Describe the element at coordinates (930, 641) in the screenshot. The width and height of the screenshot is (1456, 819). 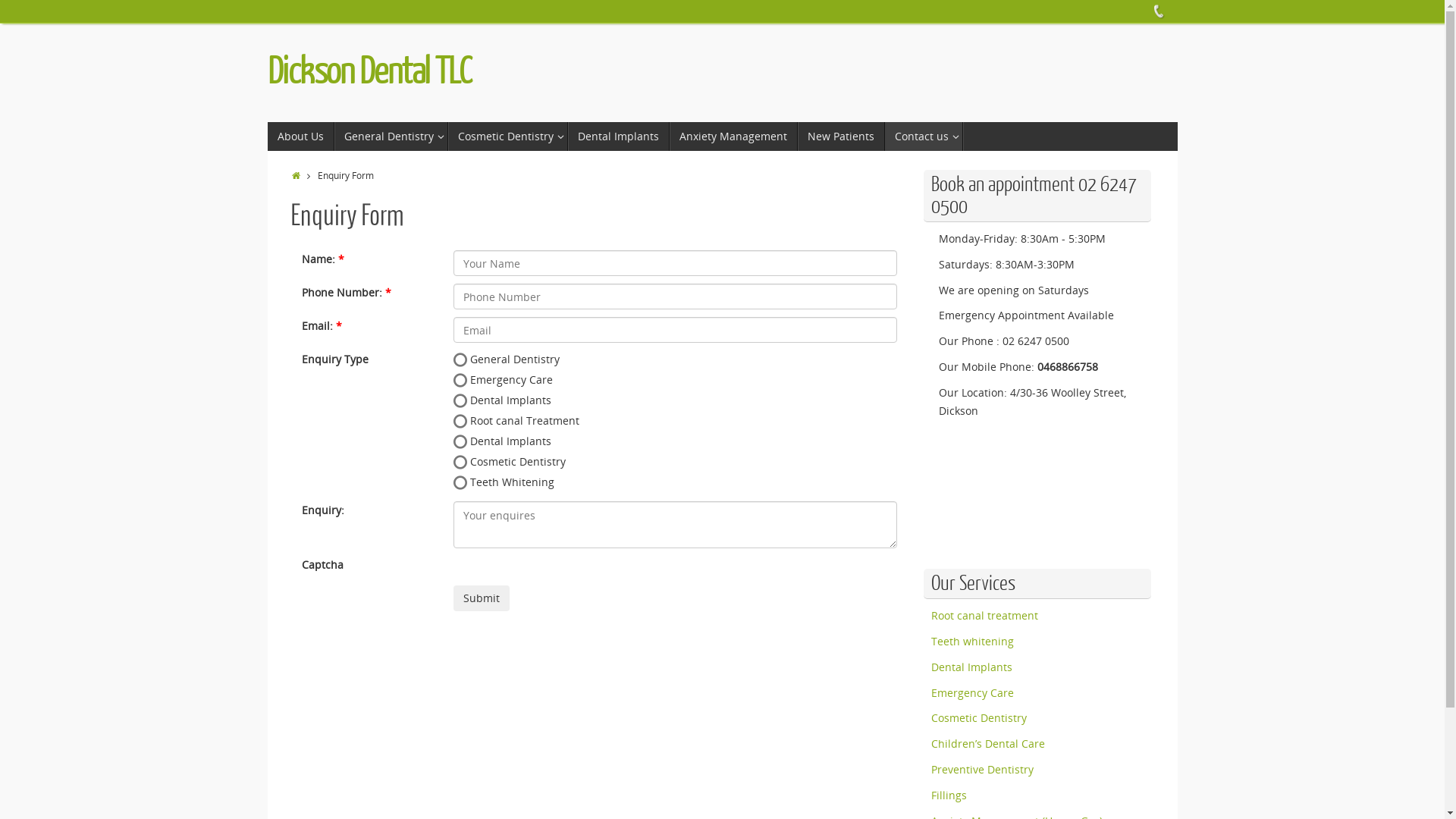
I see `'Teeth whitening'` at that location.